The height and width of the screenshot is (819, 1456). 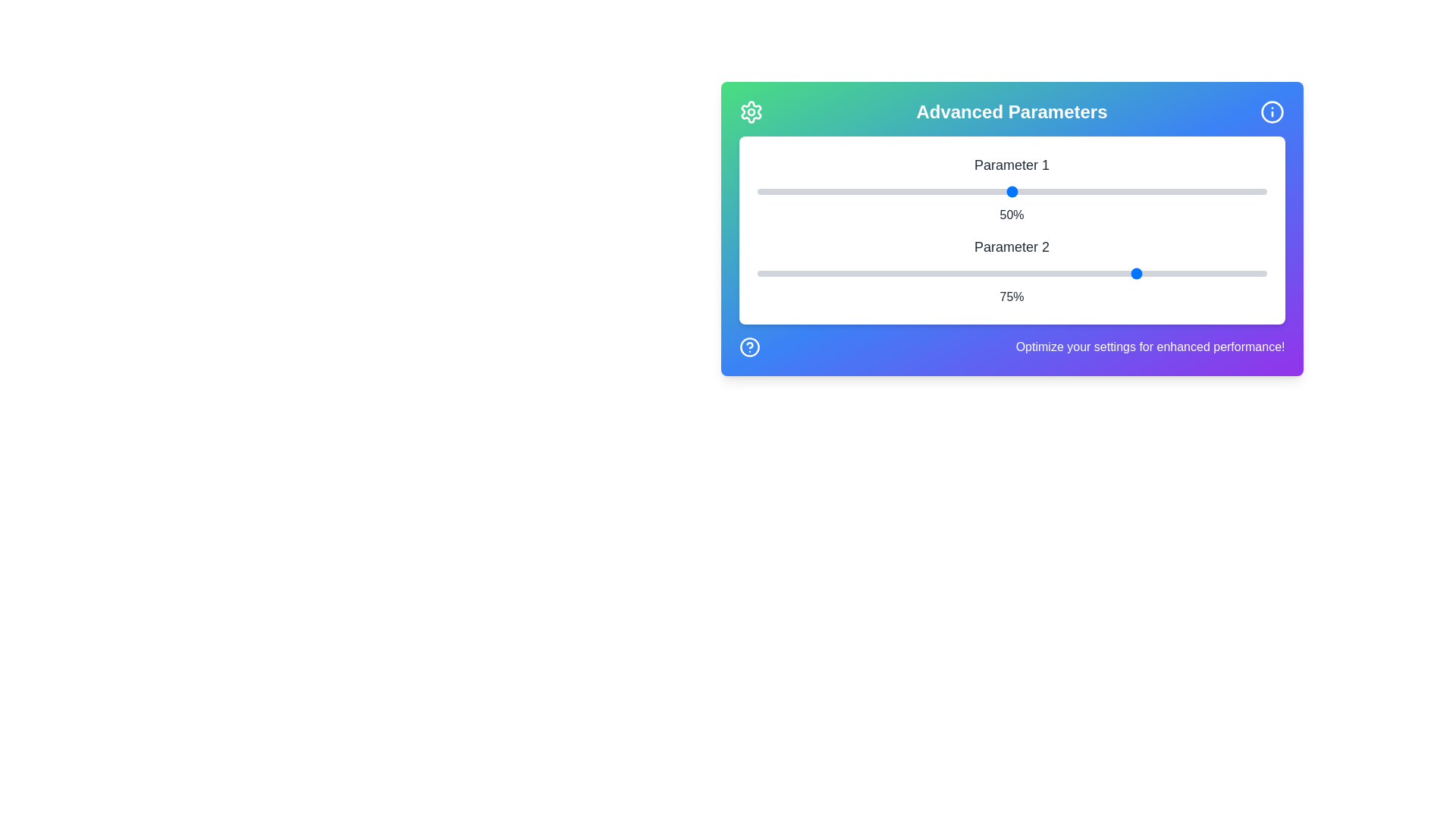 I want to click on the gradient background to inspect its visual design, so click(x=1012, y=228).